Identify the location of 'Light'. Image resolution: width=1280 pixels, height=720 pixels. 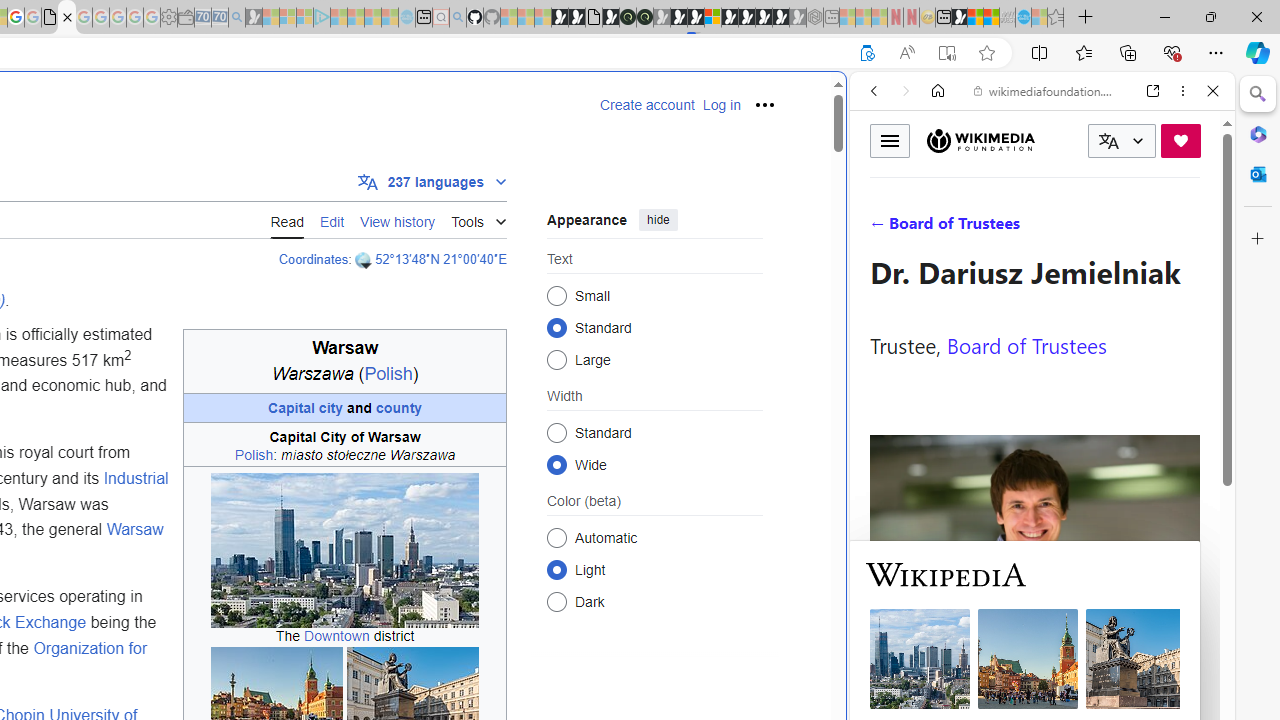
(556, 569).